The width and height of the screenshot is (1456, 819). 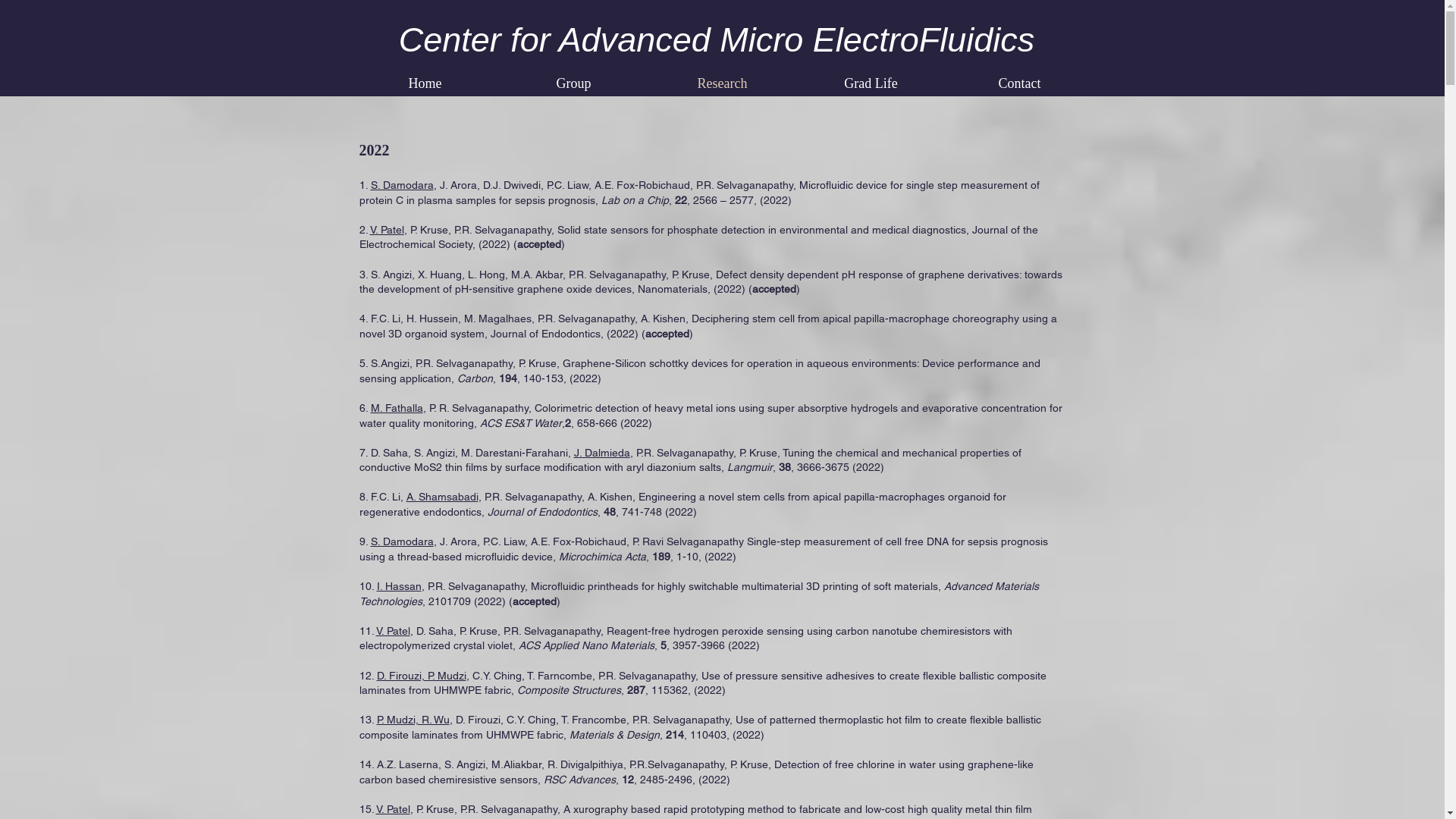 I want to click on 'Contact', so click(x=1019, y=83).